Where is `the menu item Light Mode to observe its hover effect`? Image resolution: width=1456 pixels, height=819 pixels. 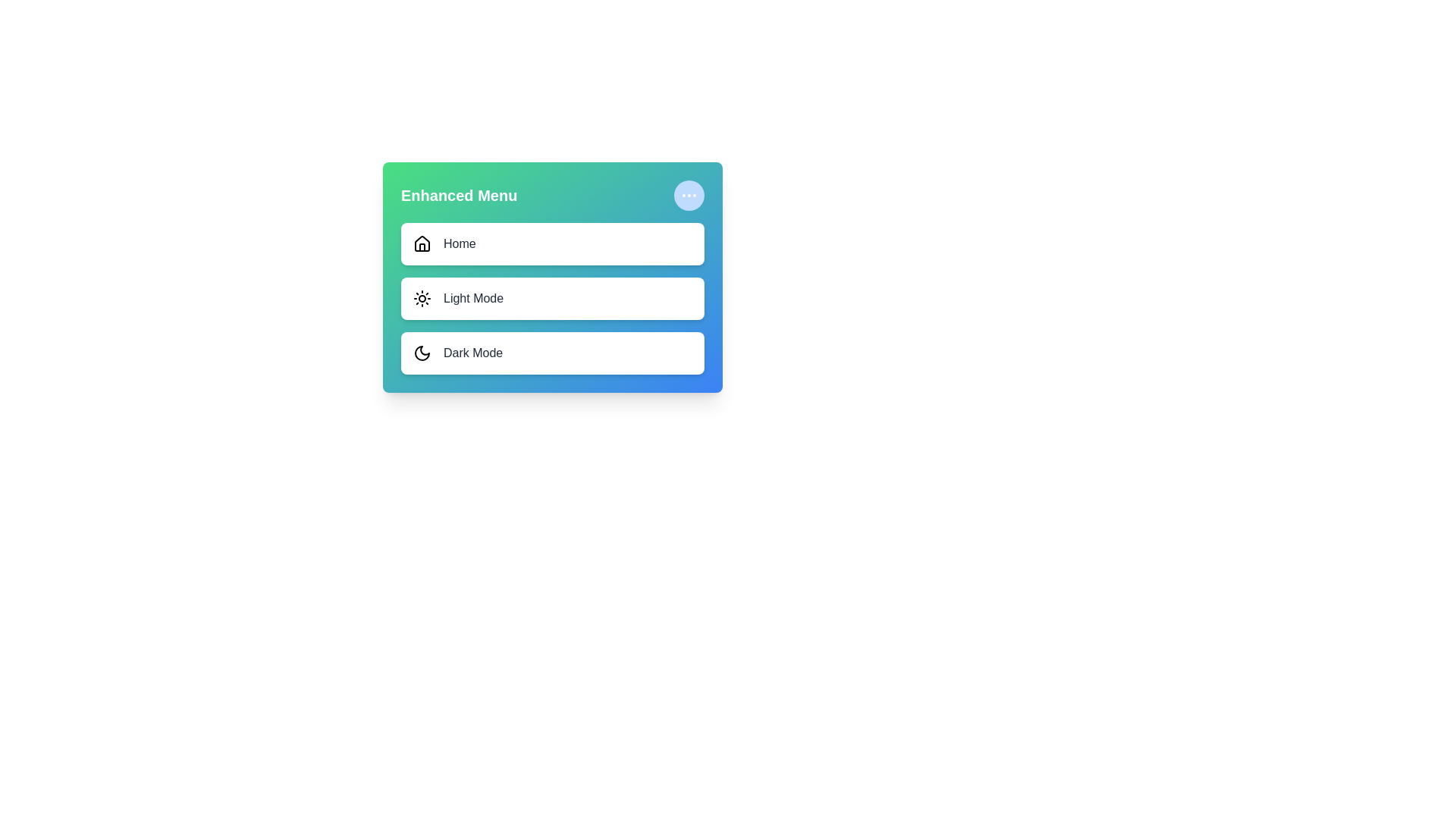 the menu item Light Mode to observe its hover effect is located at coordinates (552, 298).